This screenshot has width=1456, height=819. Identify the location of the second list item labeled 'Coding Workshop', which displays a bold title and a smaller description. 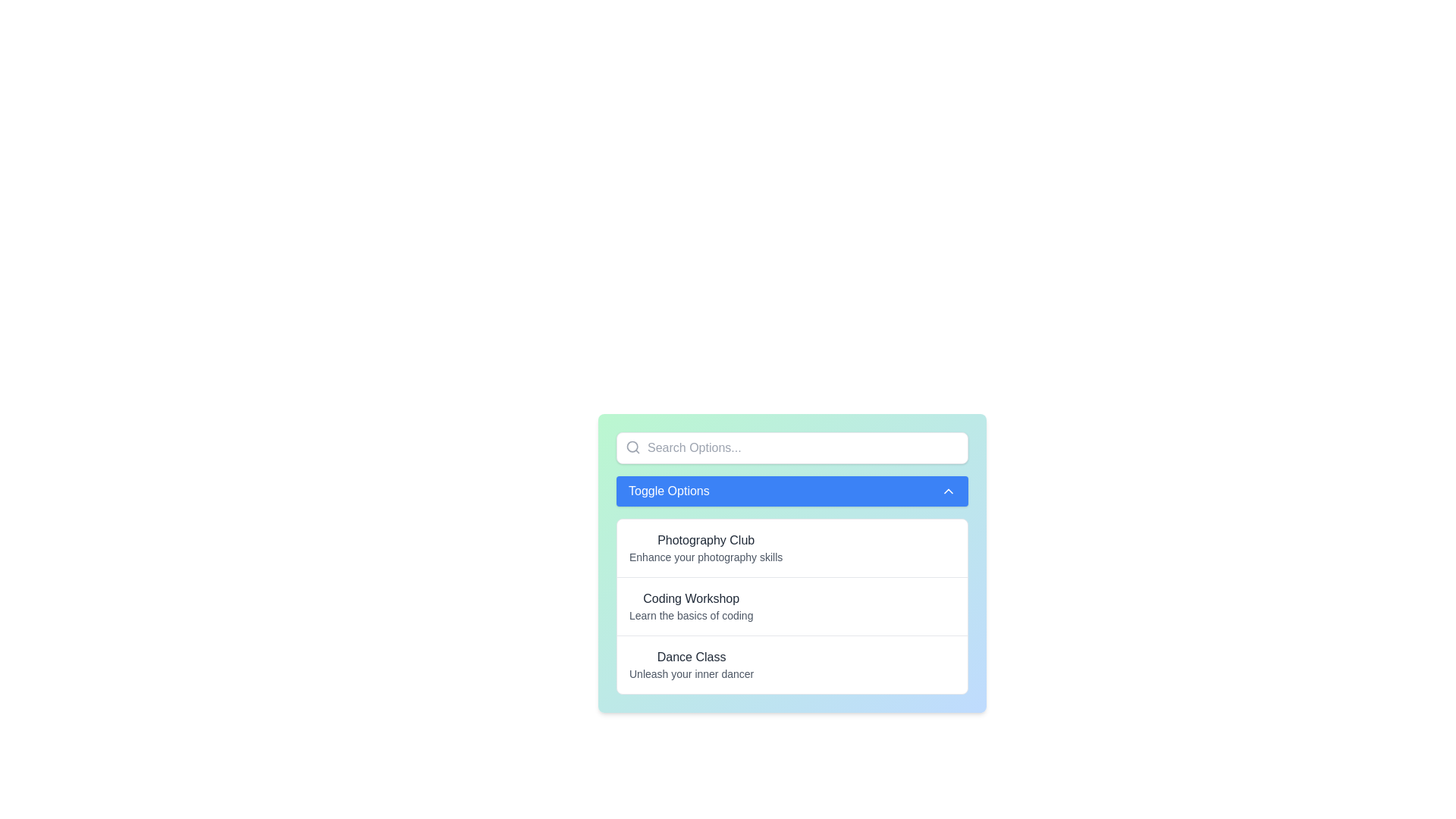
(792, 605).